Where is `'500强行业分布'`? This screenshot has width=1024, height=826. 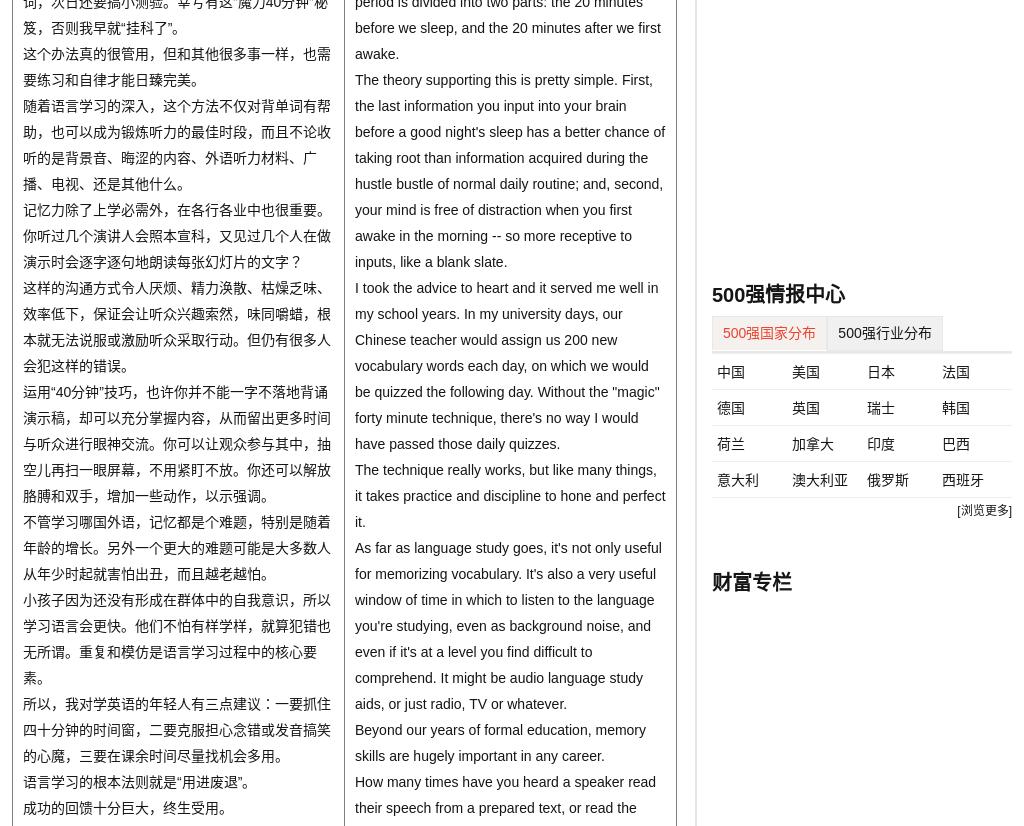 '500强行业分布' is located at coordinates (884, 331).